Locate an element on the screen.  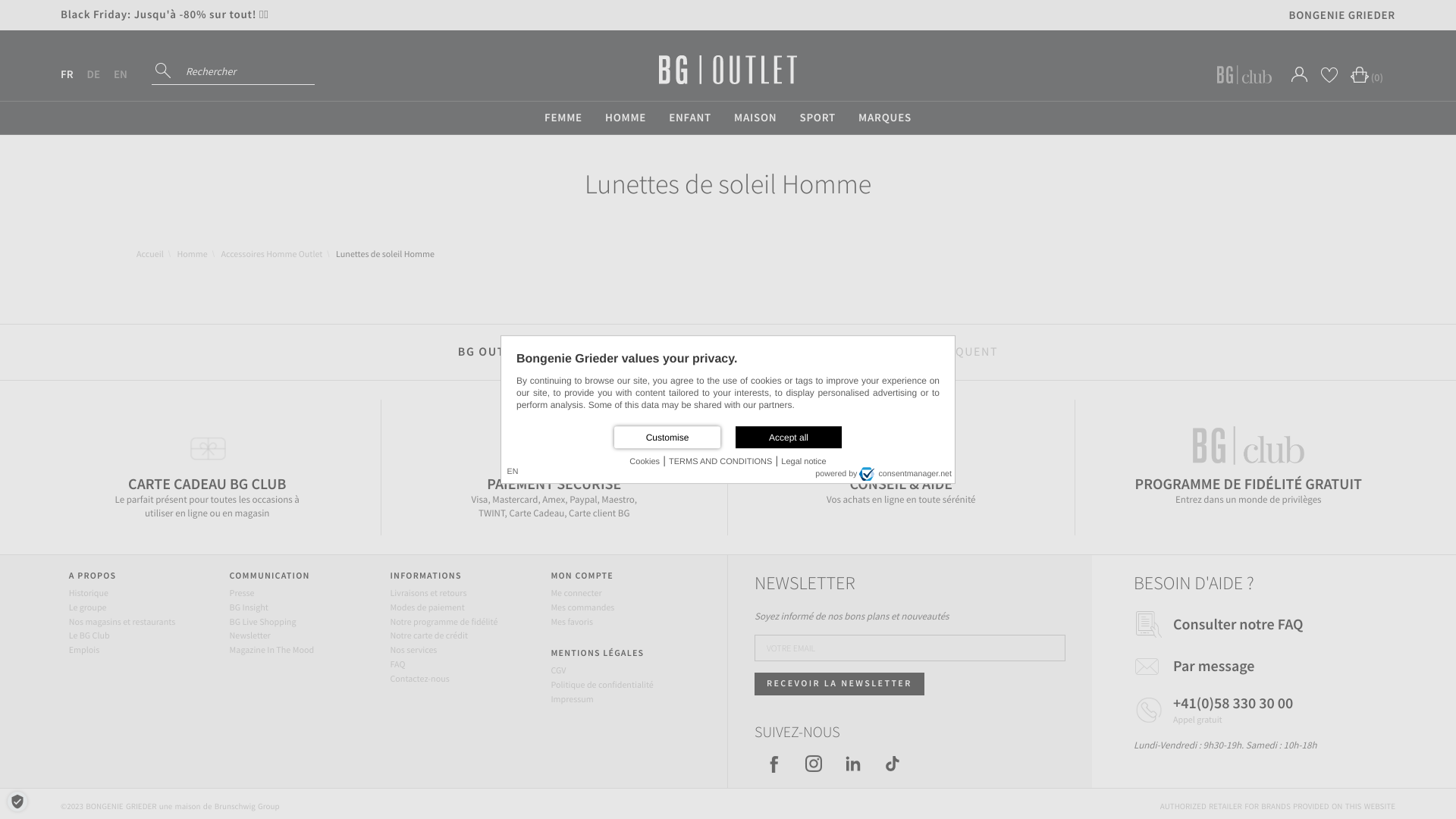
'SPORT' is located at coordinates (817, 117).